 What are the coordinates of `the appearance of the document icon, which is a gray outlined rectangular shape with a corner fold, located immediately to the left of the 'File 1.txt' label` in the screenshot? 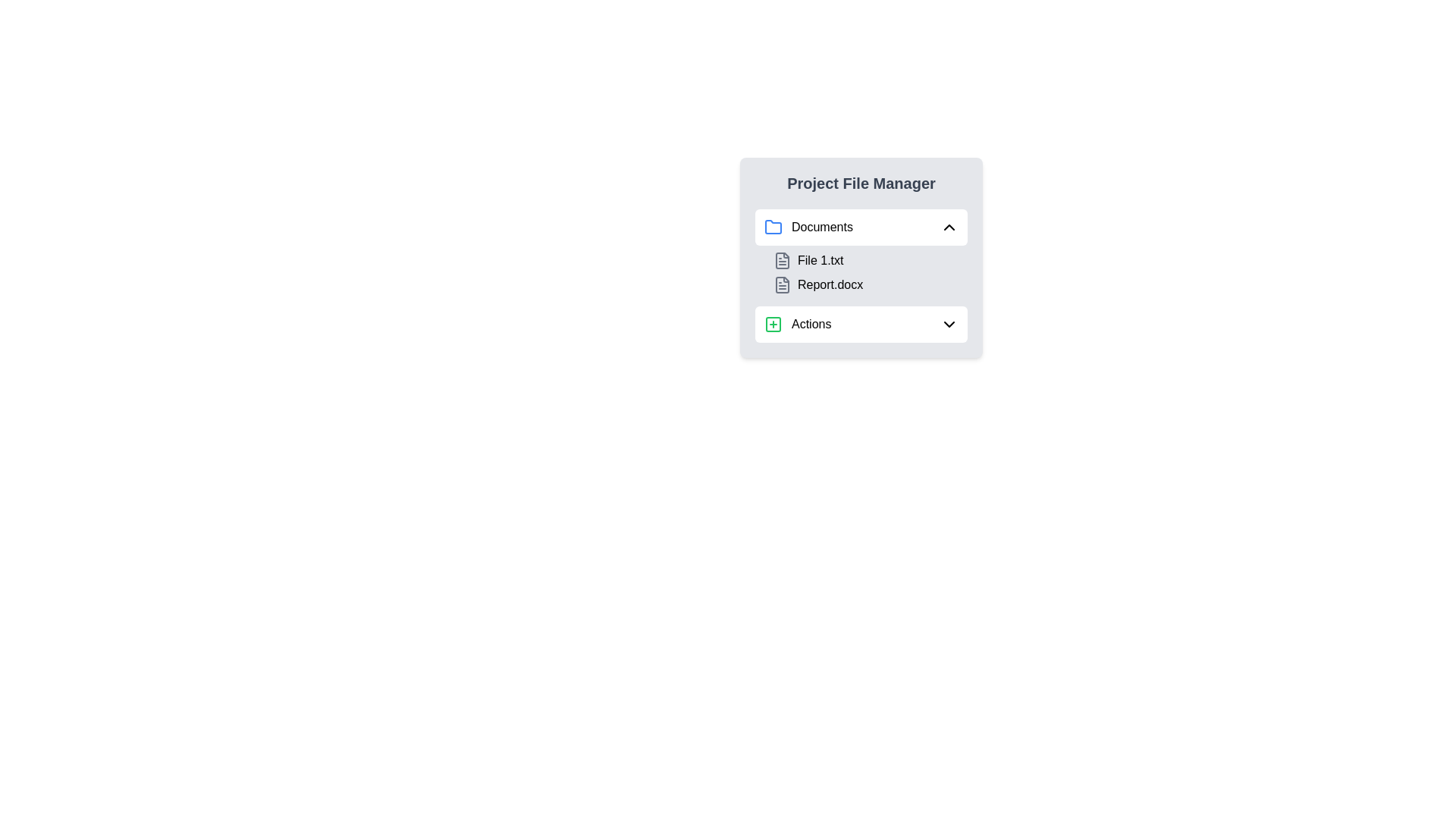 It's located at (783, 259).